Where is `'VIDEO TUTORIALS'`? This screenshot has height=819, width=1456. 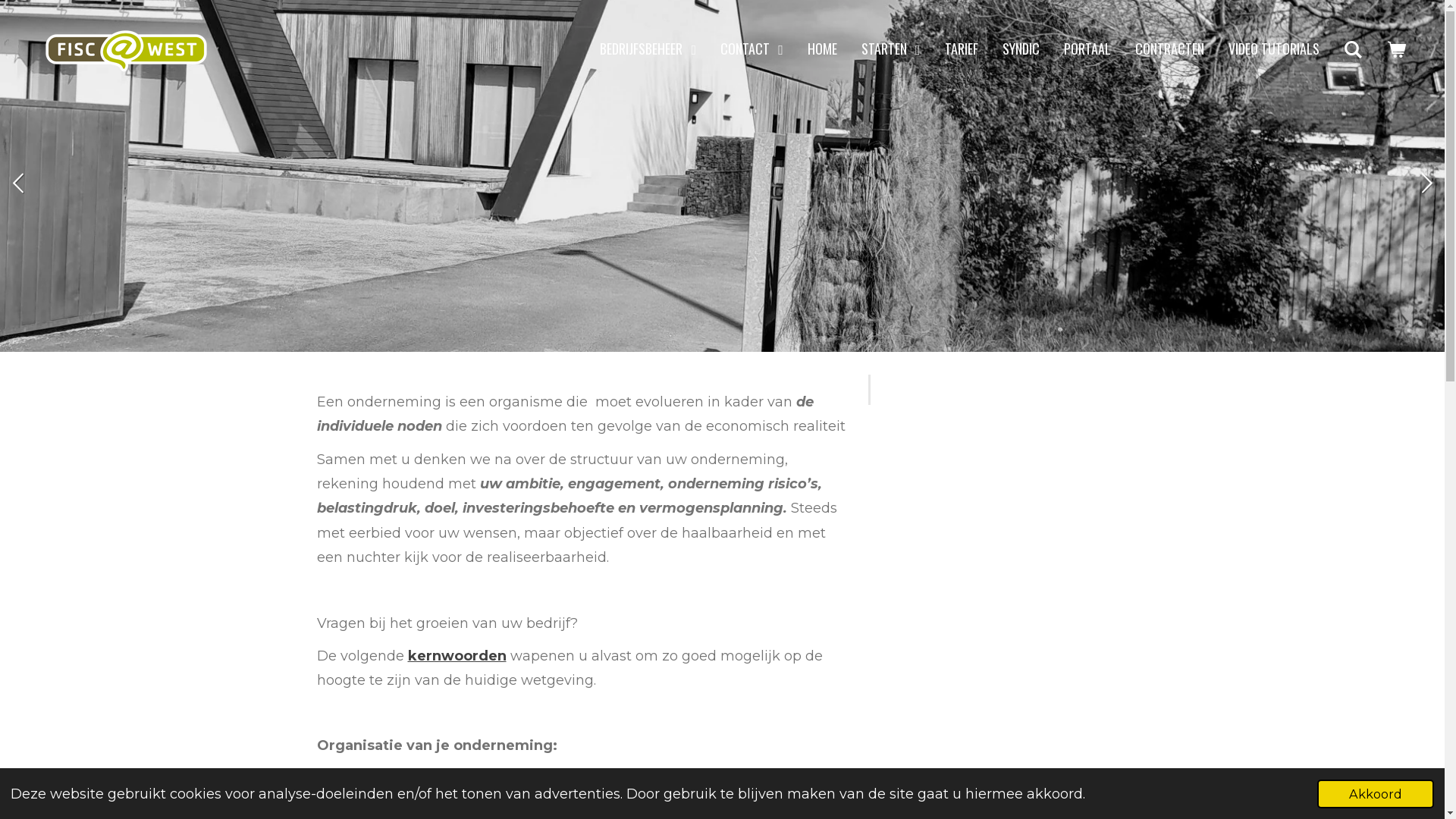 'VIDEO TUTORIALS' is located at coordinates (1219, 48).